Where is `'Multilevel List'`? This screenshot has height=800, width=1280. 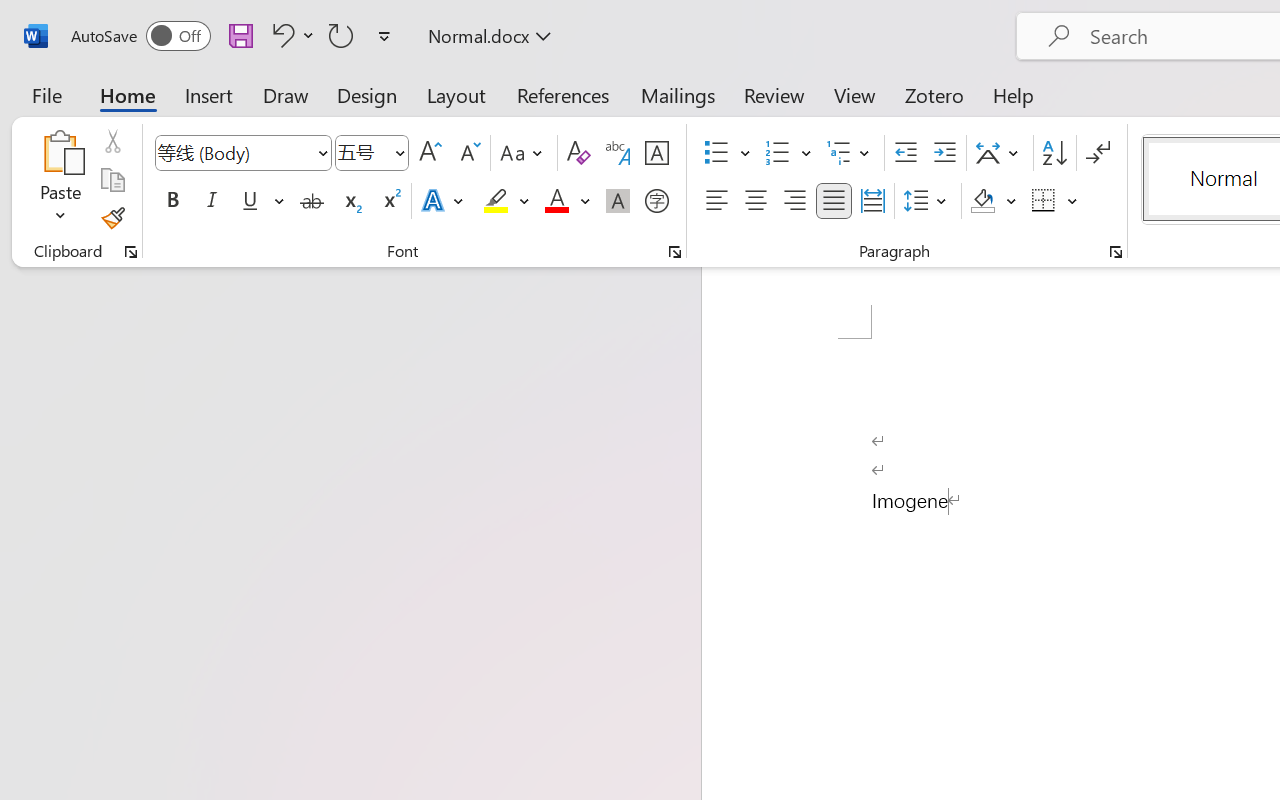
'Multilevel List' is located at coordinates (850, 153).